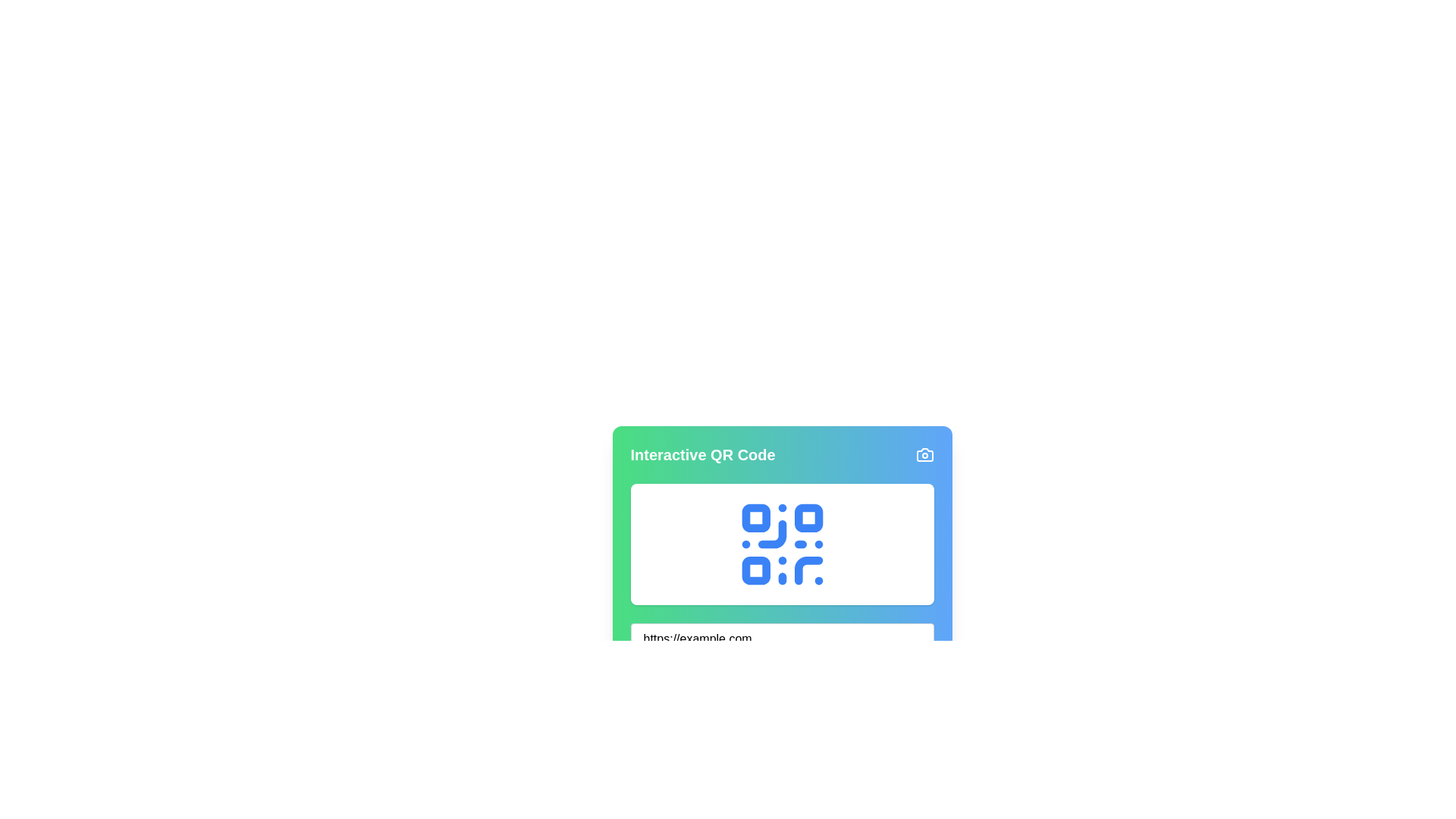 Image resolution: width=1456 pixels, height=819 pixels. Describe the element at coordinates (924, 454) in the screenshot. I see `the camera icon located in the top-right corner of the 'Interactive QR Code' card, which features a white outlined design with a rectangular body and circular lens` at that location.